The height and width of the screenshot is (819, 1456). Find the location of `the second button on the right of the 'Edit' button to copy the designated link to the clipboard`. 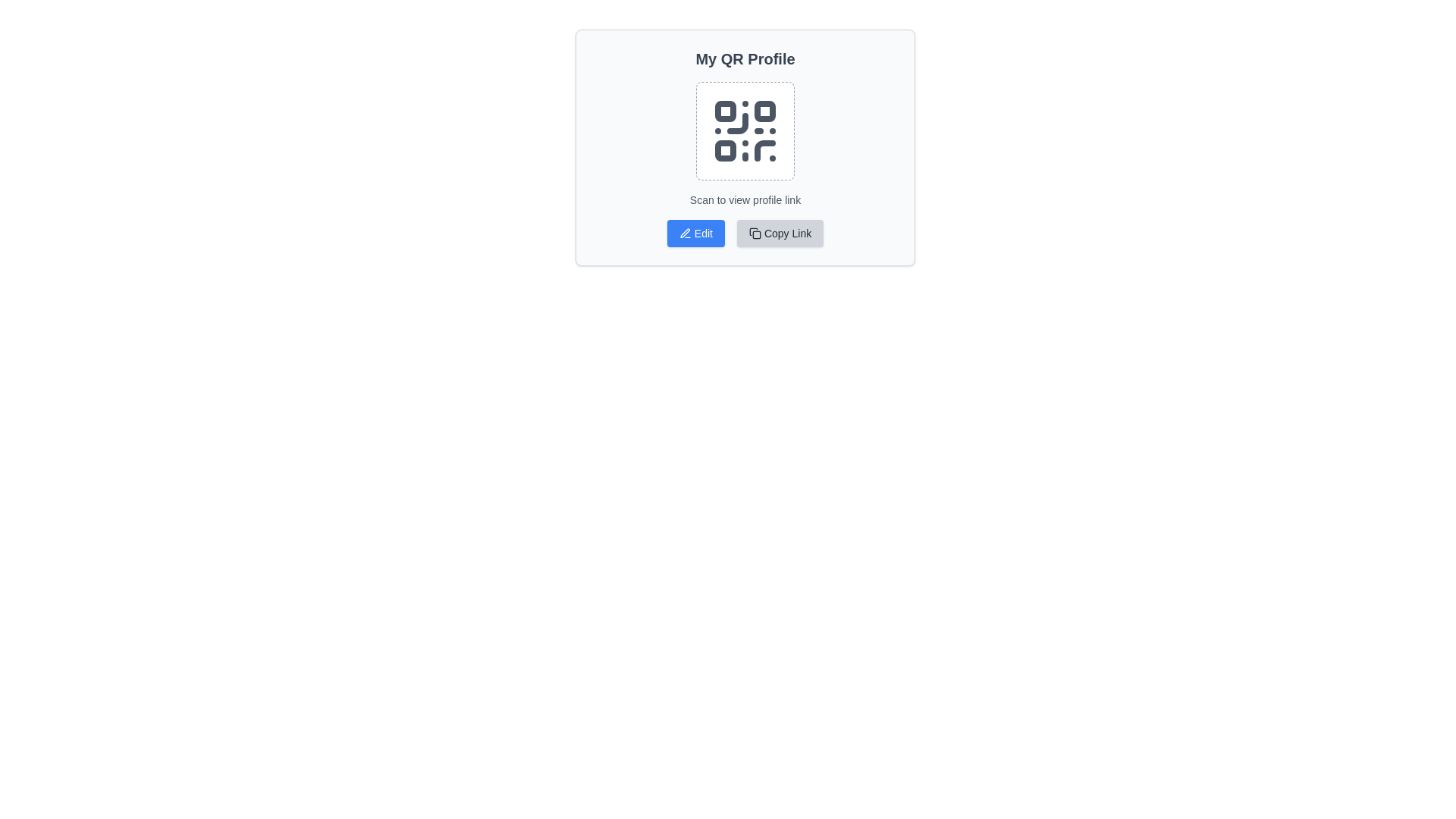

the second button on the right of the 'Edit' button to copy the designated link to the clipboard is located at coordinates (780, 234).